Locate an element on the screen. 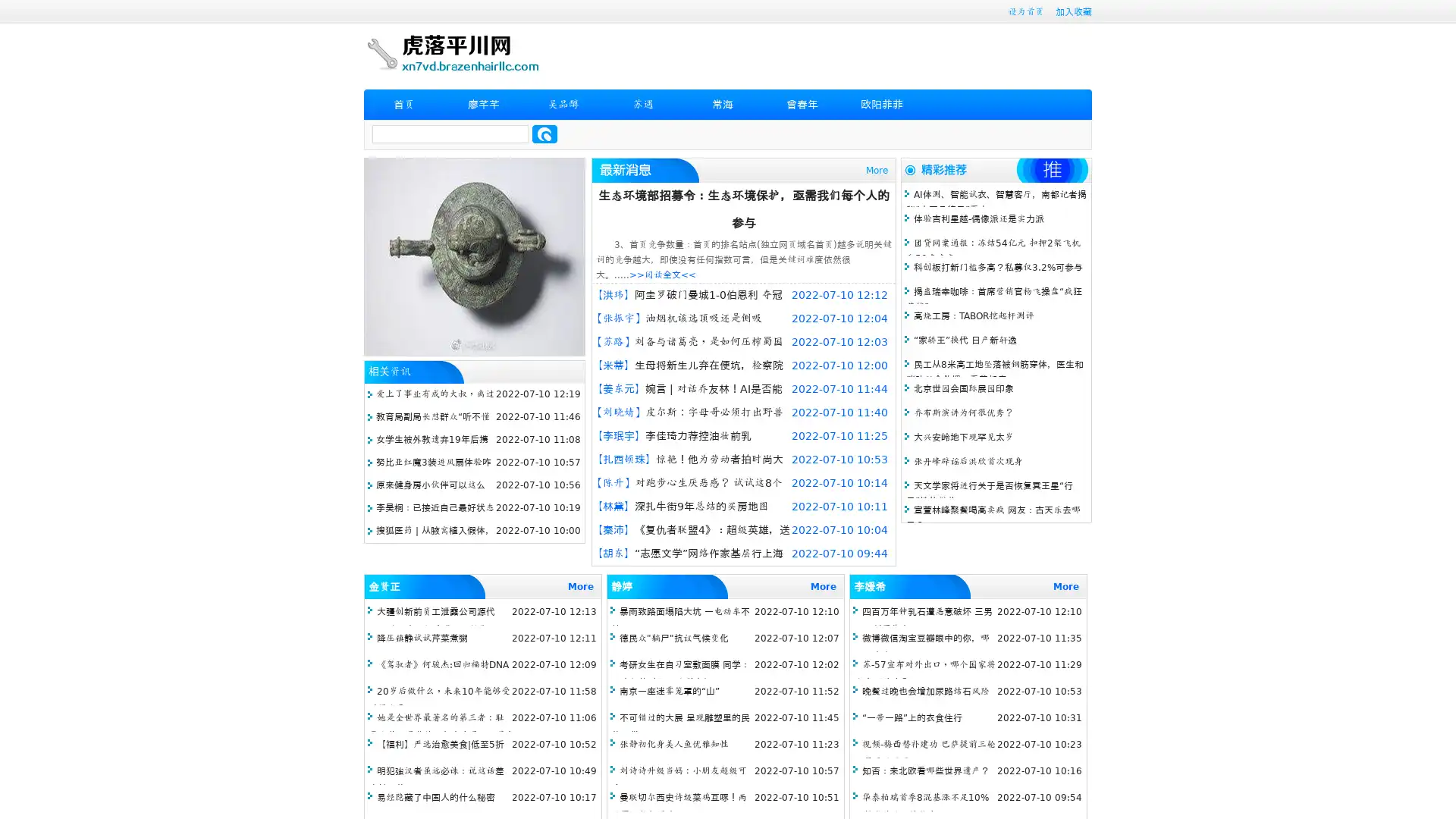  Search is located at coordinates (544, 133).